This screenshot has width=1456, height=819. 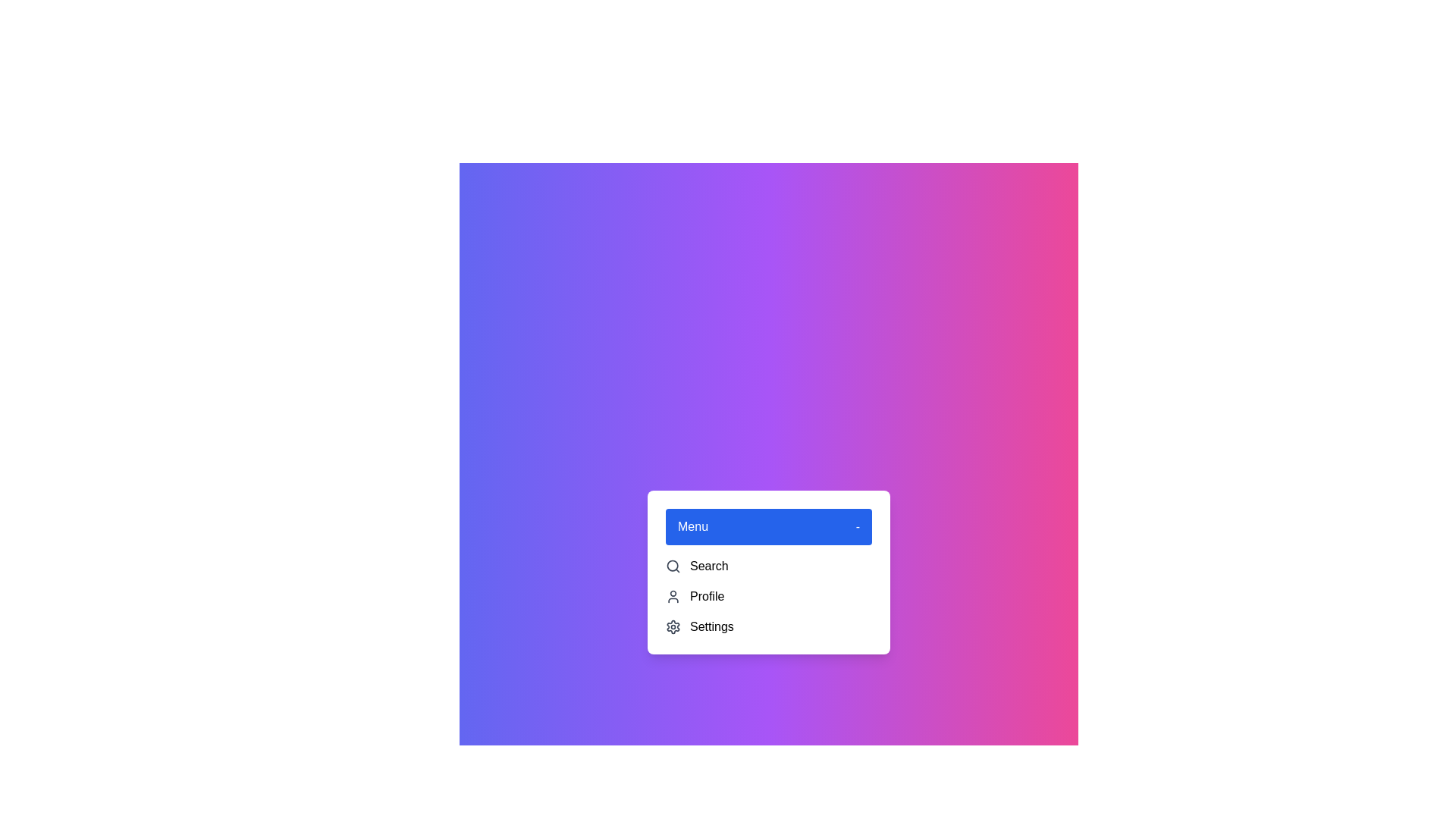 What do you see at coordinates (768, 526) in the screenshot?
I see `menu button to toggle the dropdown menu` at bounding box center [768, 526].